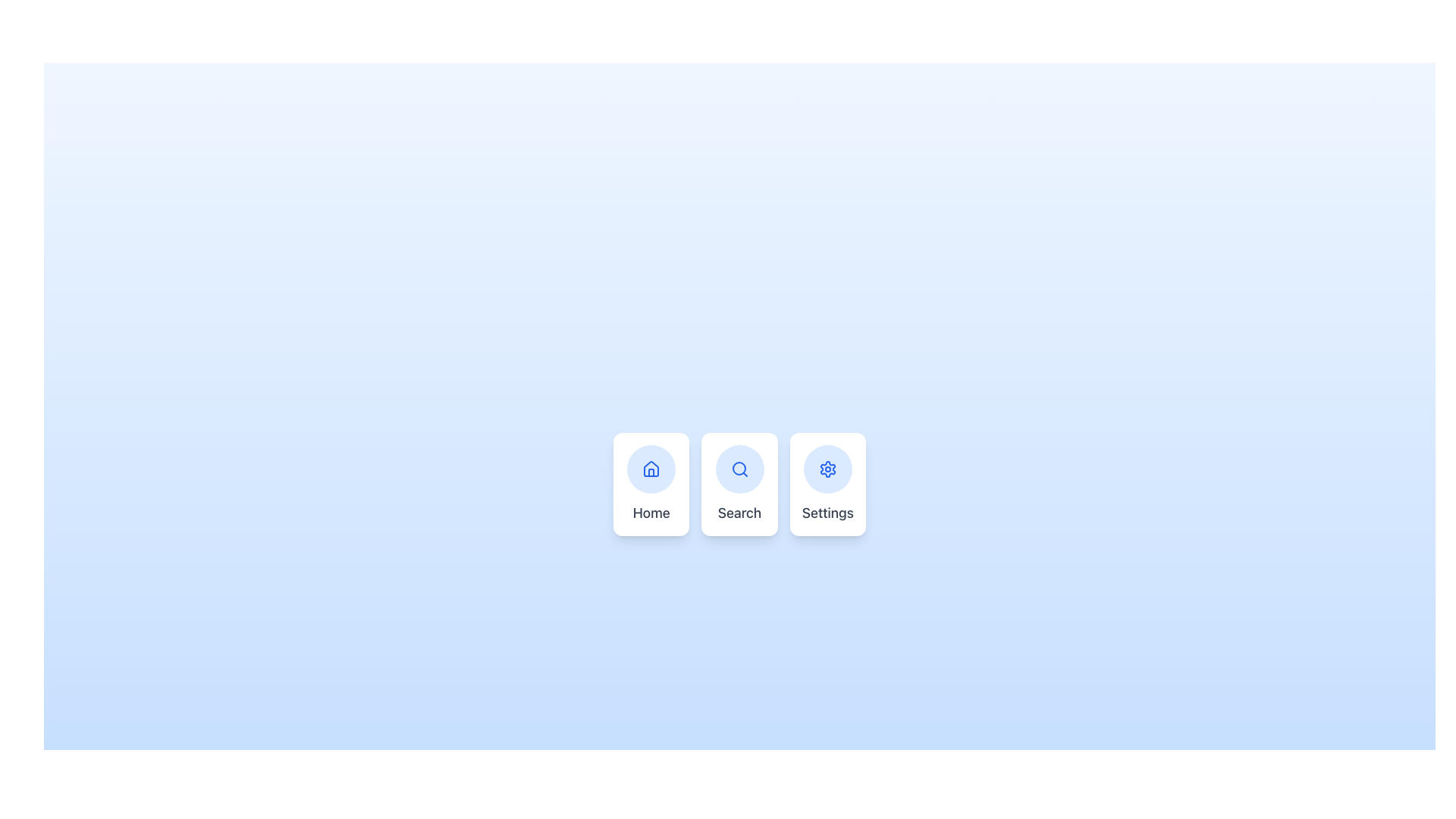  Describe the element at coordinates (651, 485) in the screenshot. I see `the 'Home' button, which is a rectangular card with rounded corners, featuring a home icon and the text 'Home' in gray` at that location.